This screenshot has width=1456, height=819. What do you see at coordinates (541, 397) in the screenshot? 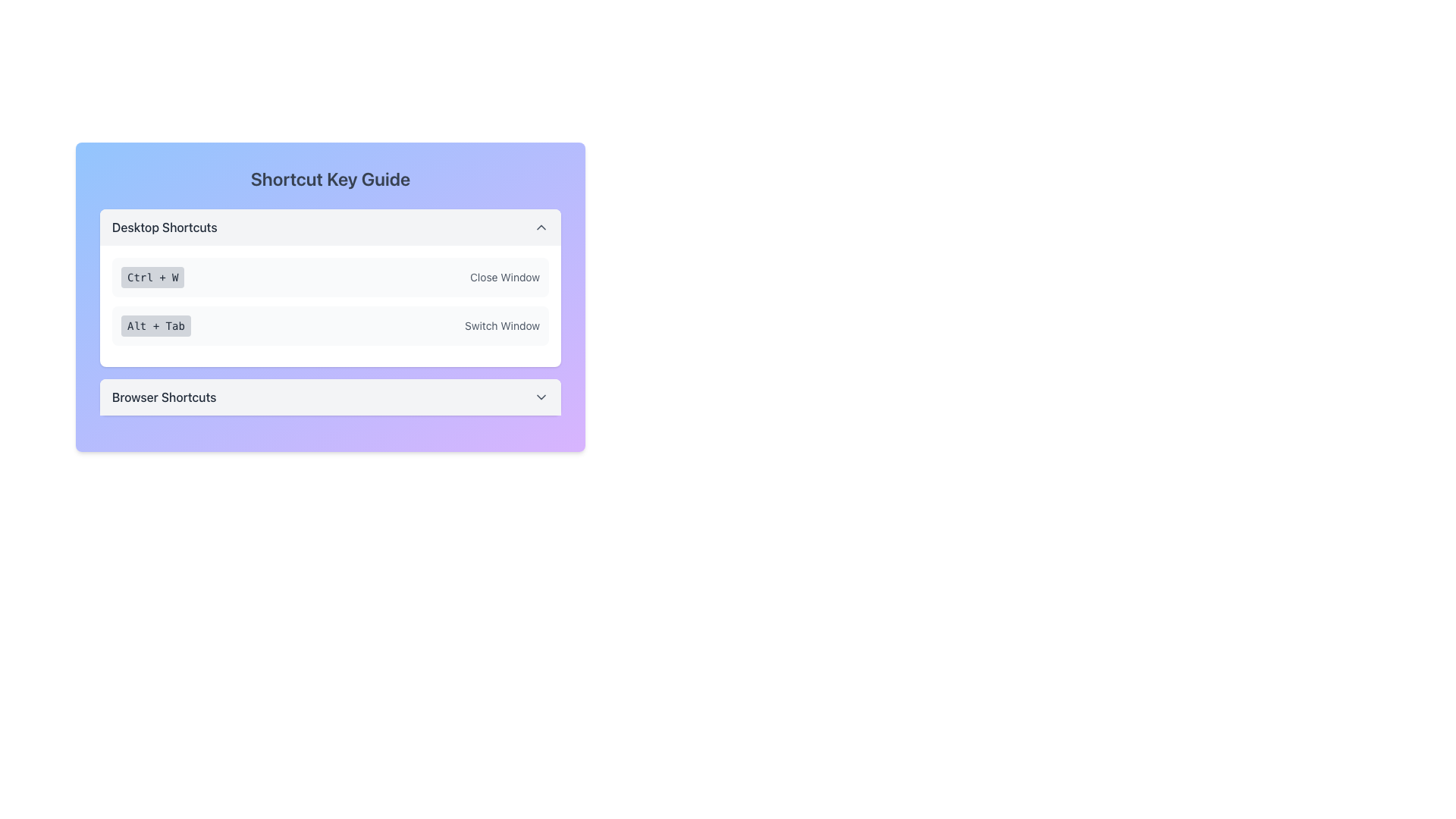
I see `the chevron-down icon indicating the collapsible or expandable panel for the 'Browser Shortcuts' section` at bounding box center [541, 397].